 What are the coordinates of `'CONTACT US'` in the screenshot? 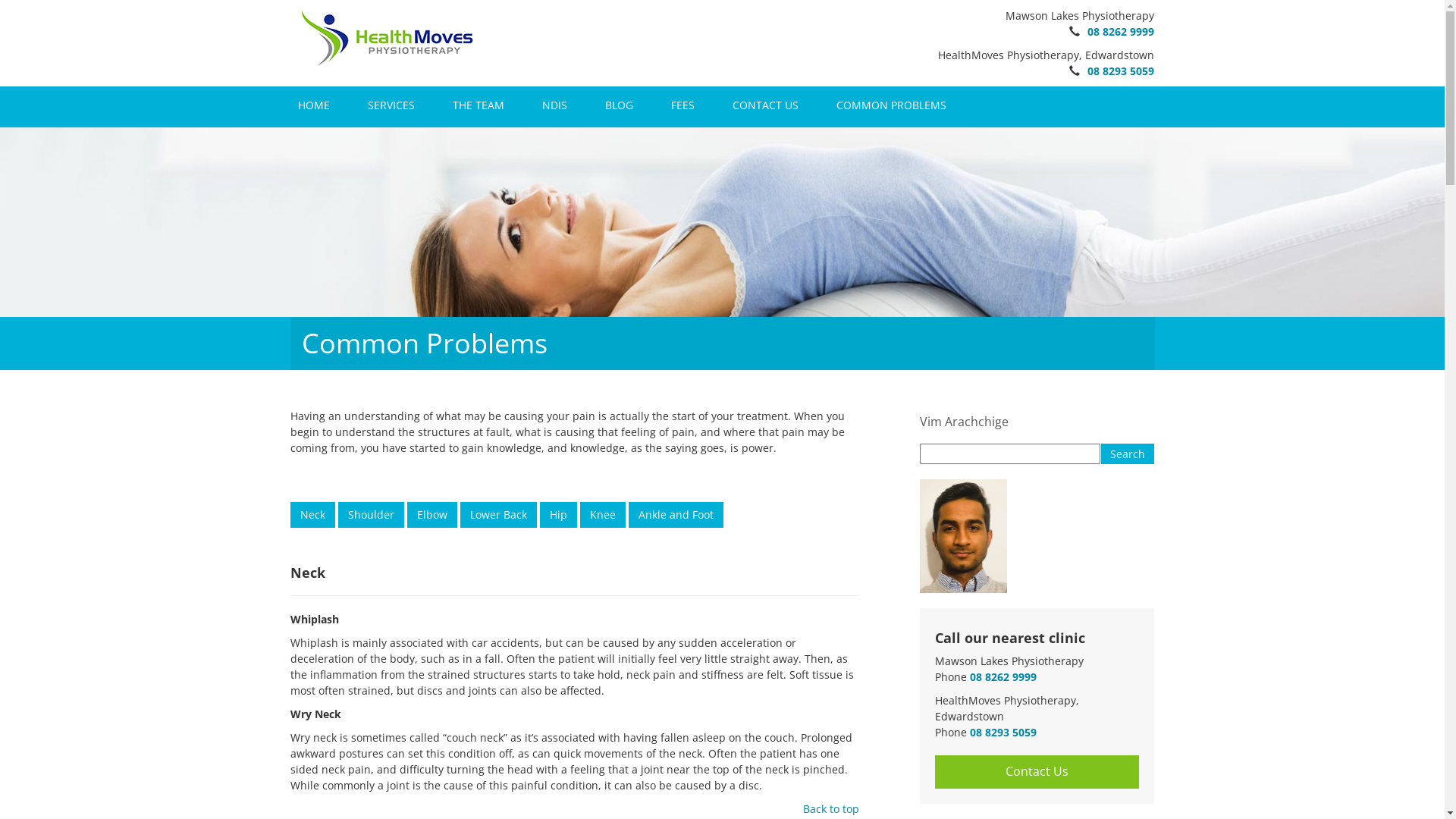 It's located at (723, 104).